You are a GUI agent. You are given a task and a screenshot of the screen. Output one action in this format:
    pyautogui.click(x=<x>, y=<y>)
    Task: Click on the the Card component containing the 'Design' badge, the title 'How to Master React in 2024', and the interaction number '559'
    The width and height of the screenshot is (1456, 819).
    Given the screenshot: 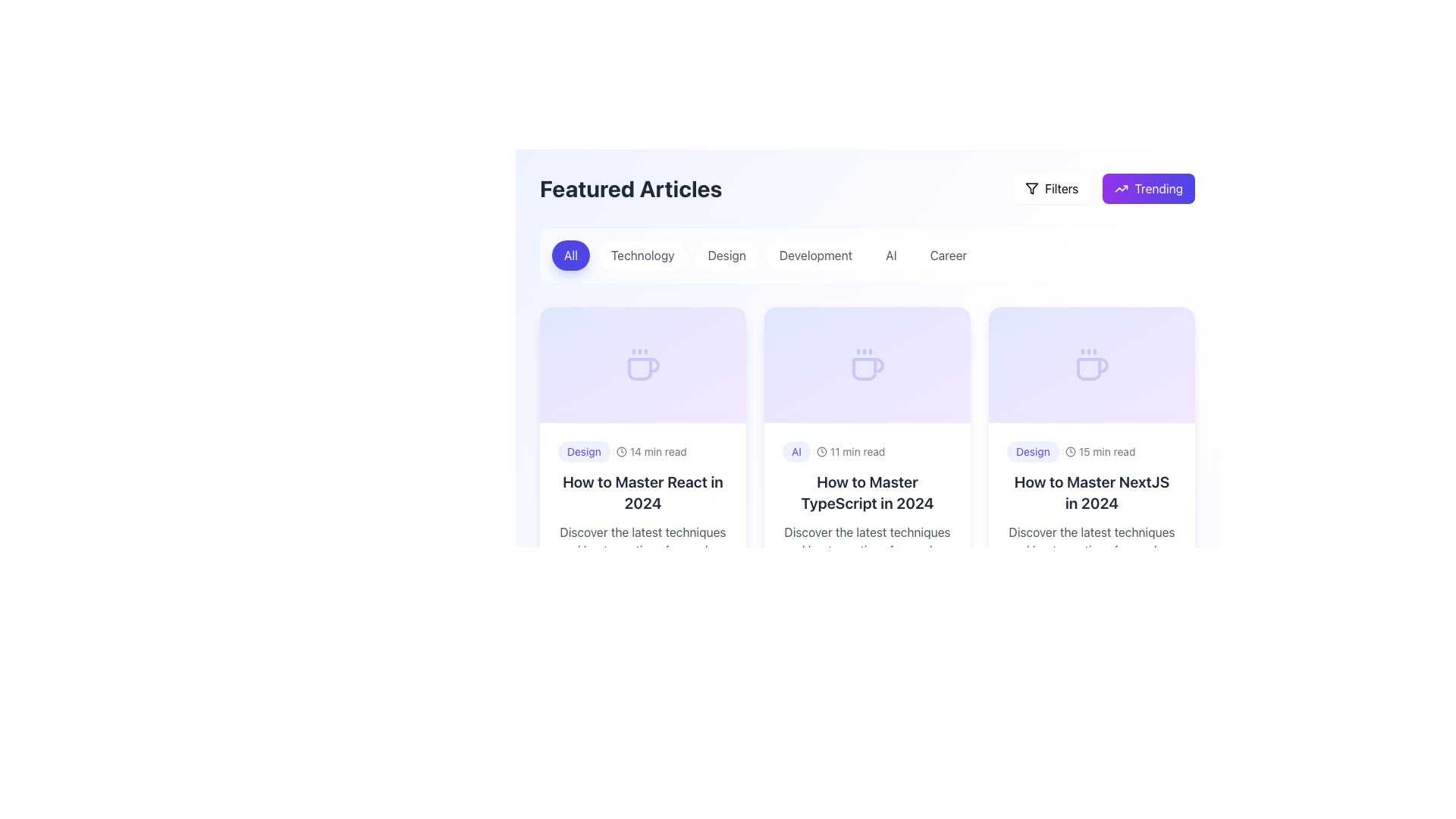 What is the action you would take?
    pyautogui.click(x=643, y=519)
    